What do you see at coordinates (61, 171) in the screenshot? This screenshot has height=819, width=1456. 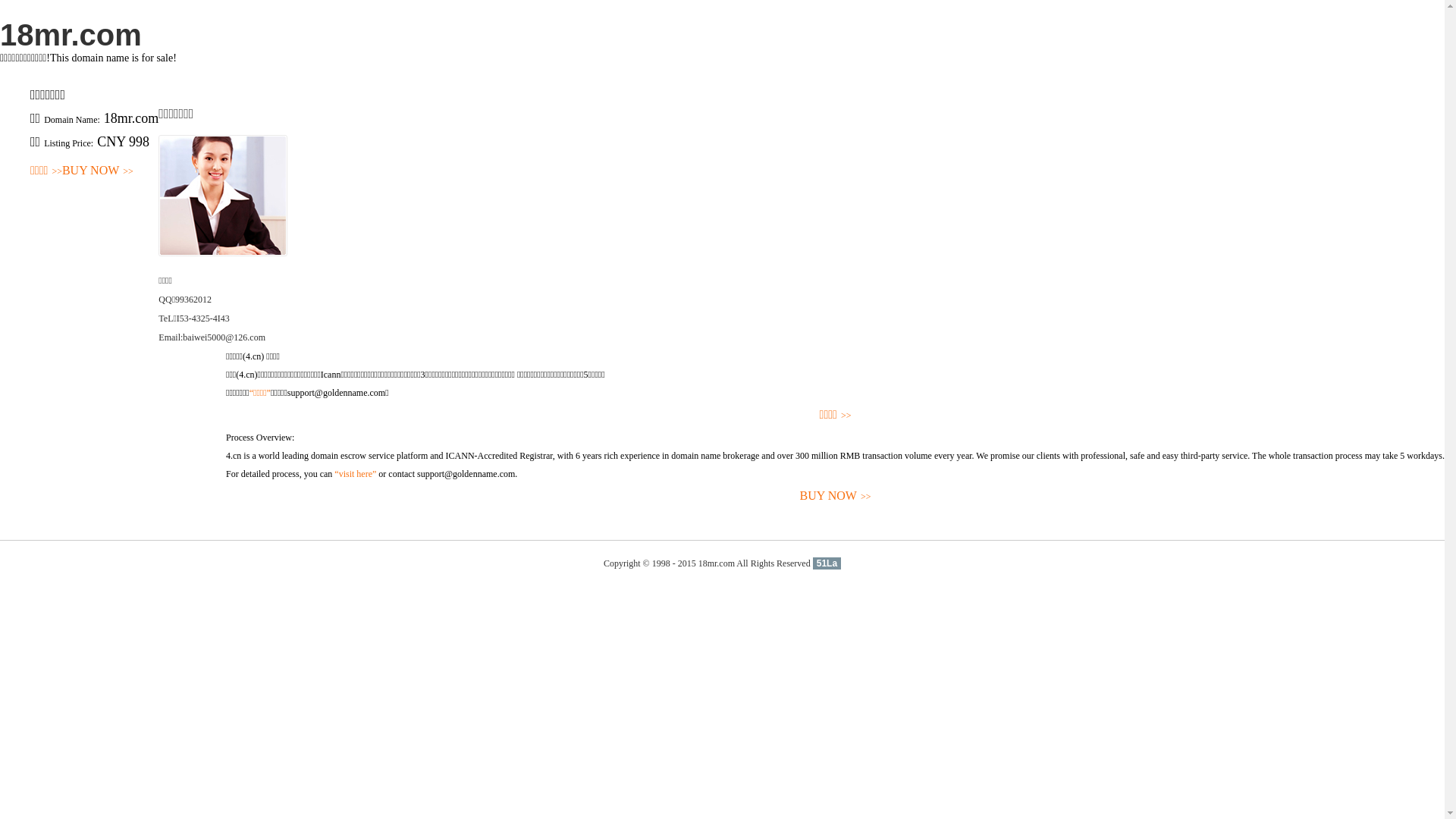 I see `'BUY NOW>>'` at bounding box center [61, 171].